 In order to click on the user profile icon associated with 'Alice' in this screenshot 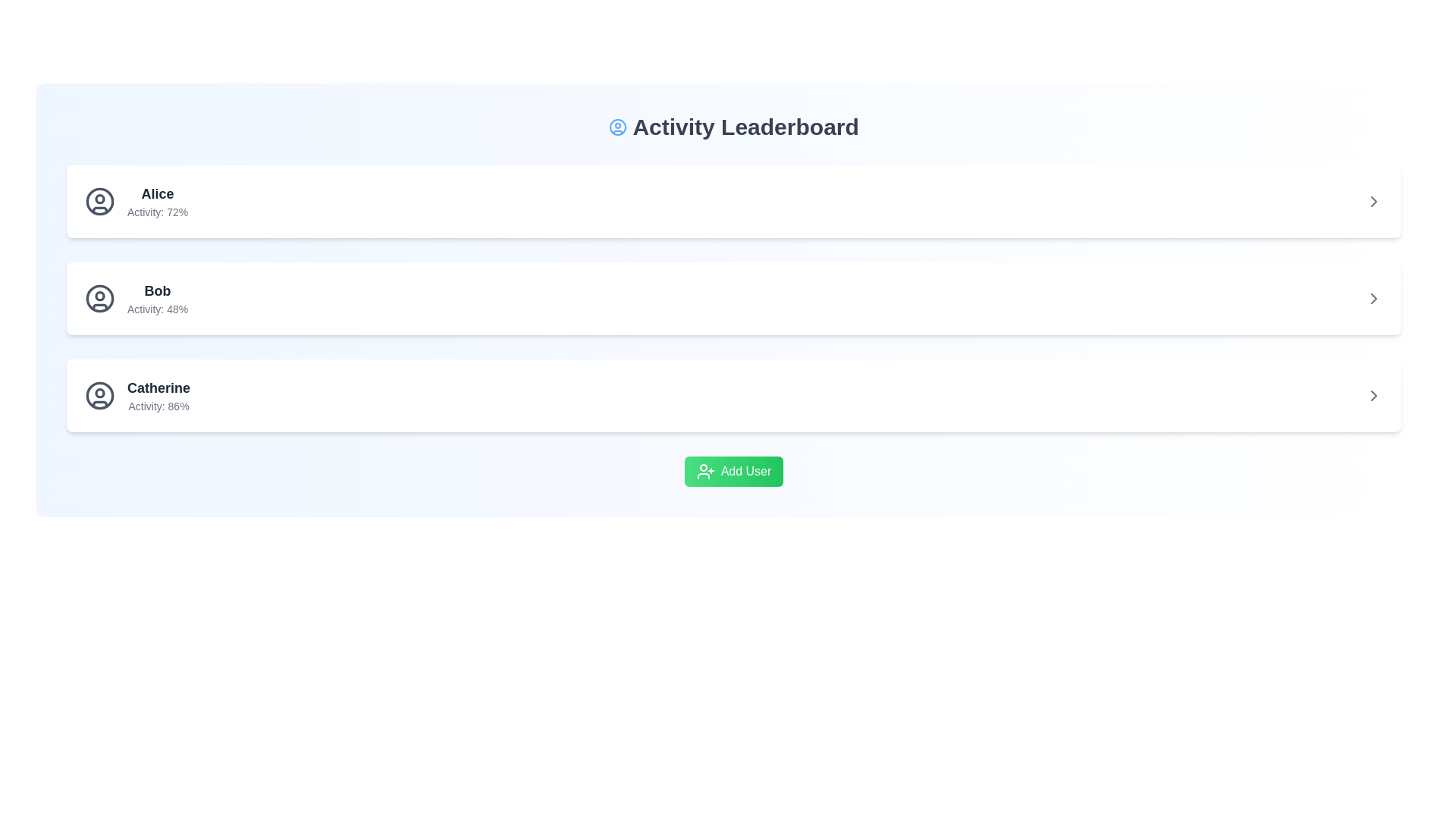, I will do `click(99, 201)`.